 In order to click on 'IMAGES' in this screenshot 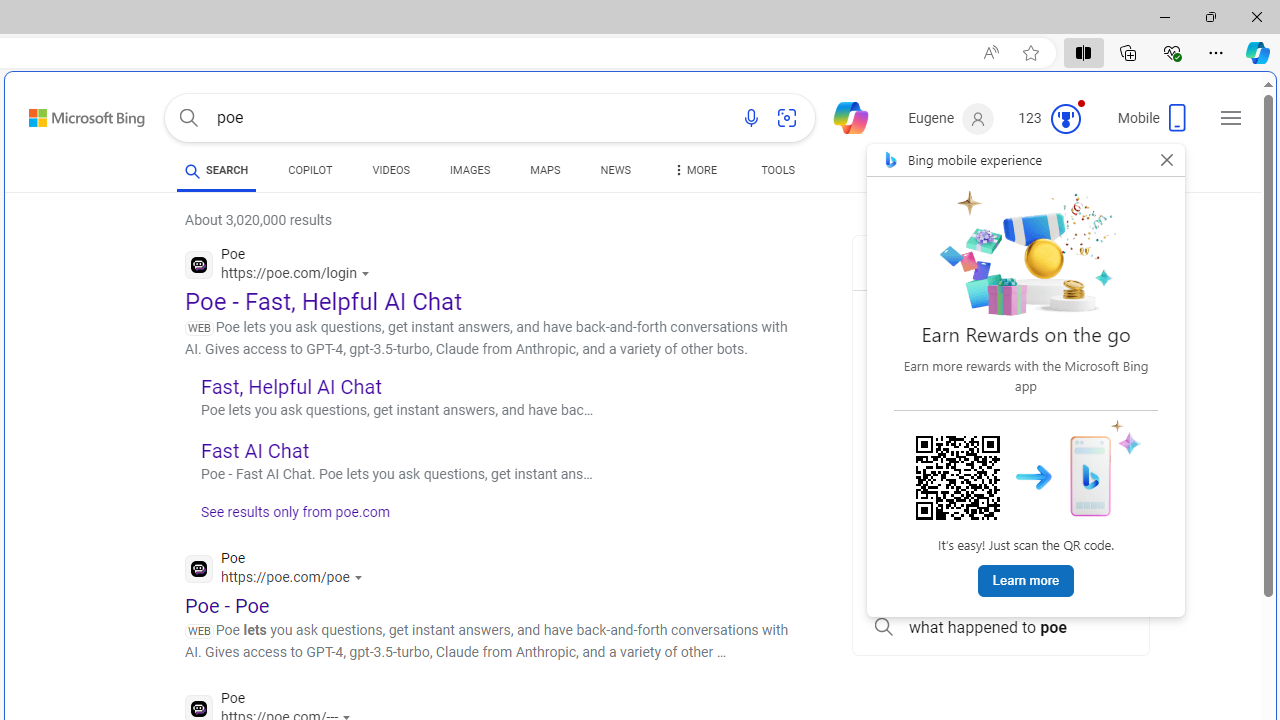, I will do `click(469, 172)`.